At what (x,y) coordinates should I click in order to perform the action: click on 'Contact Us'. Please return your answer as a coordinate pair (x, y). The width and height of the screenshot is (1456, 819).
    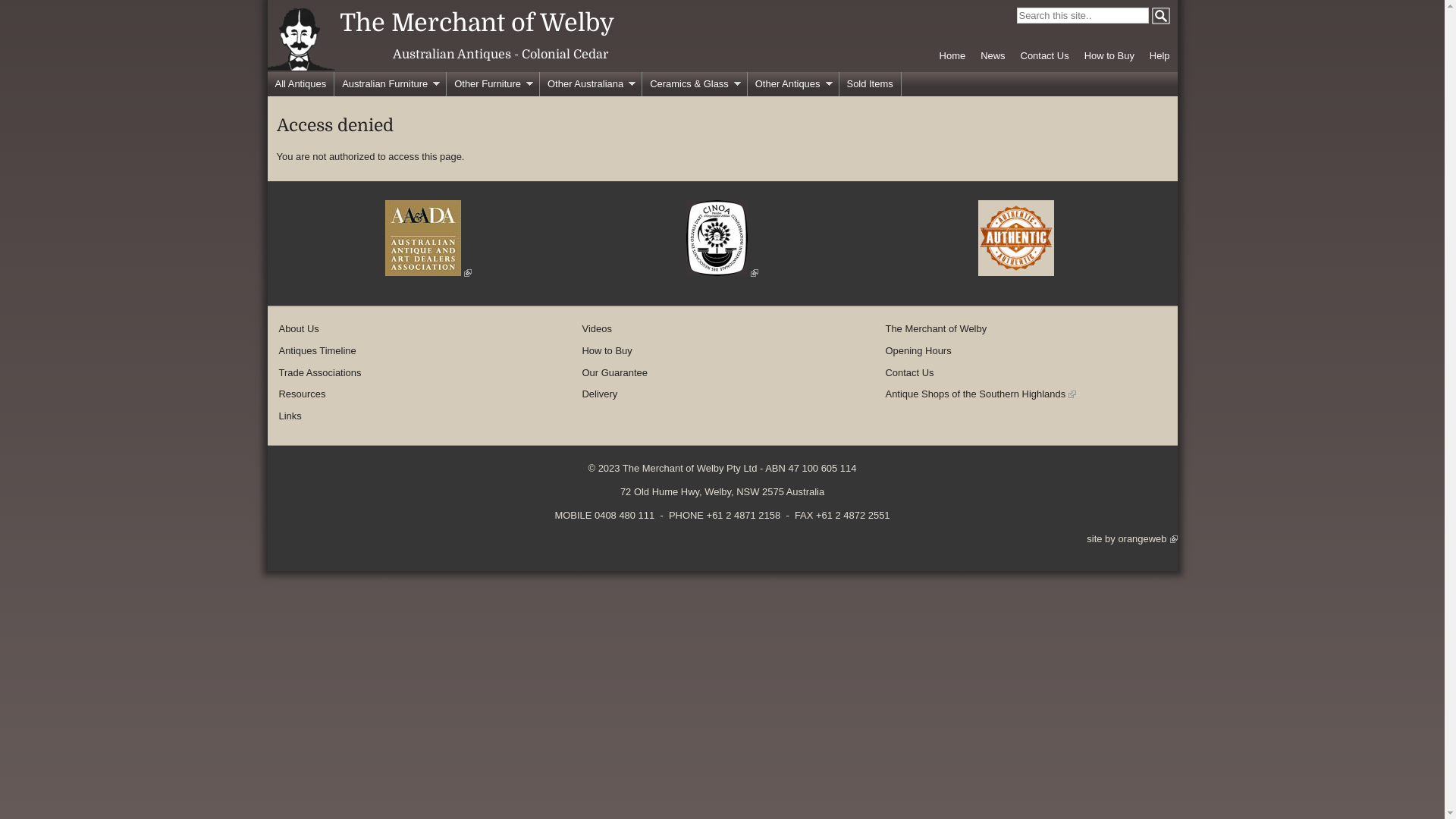
    Looking at the image, I should click on (1012, 55).